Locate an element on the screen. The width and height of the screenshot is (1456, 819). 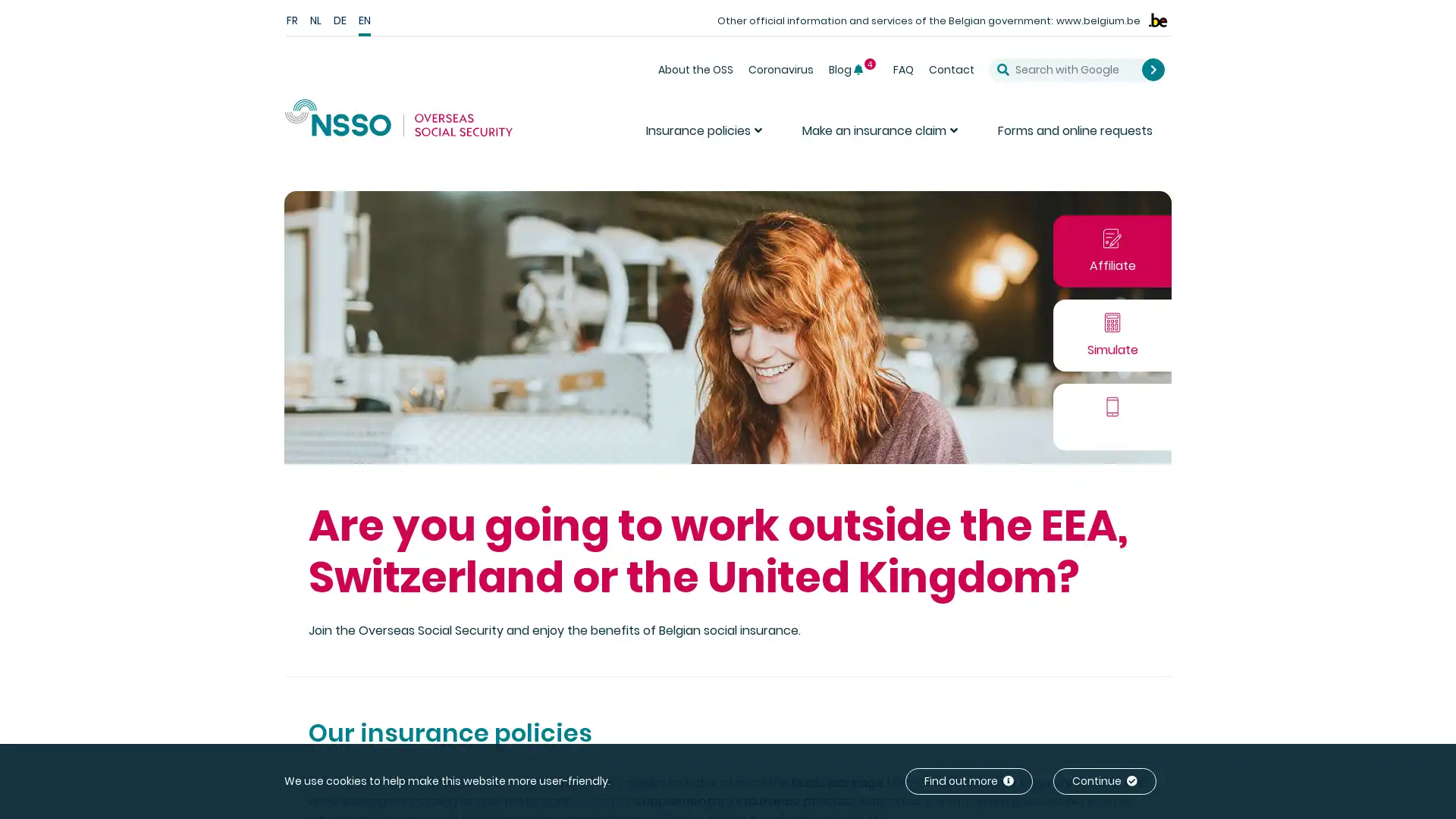
Make an insurance claim is located at coordinates (881, 136).